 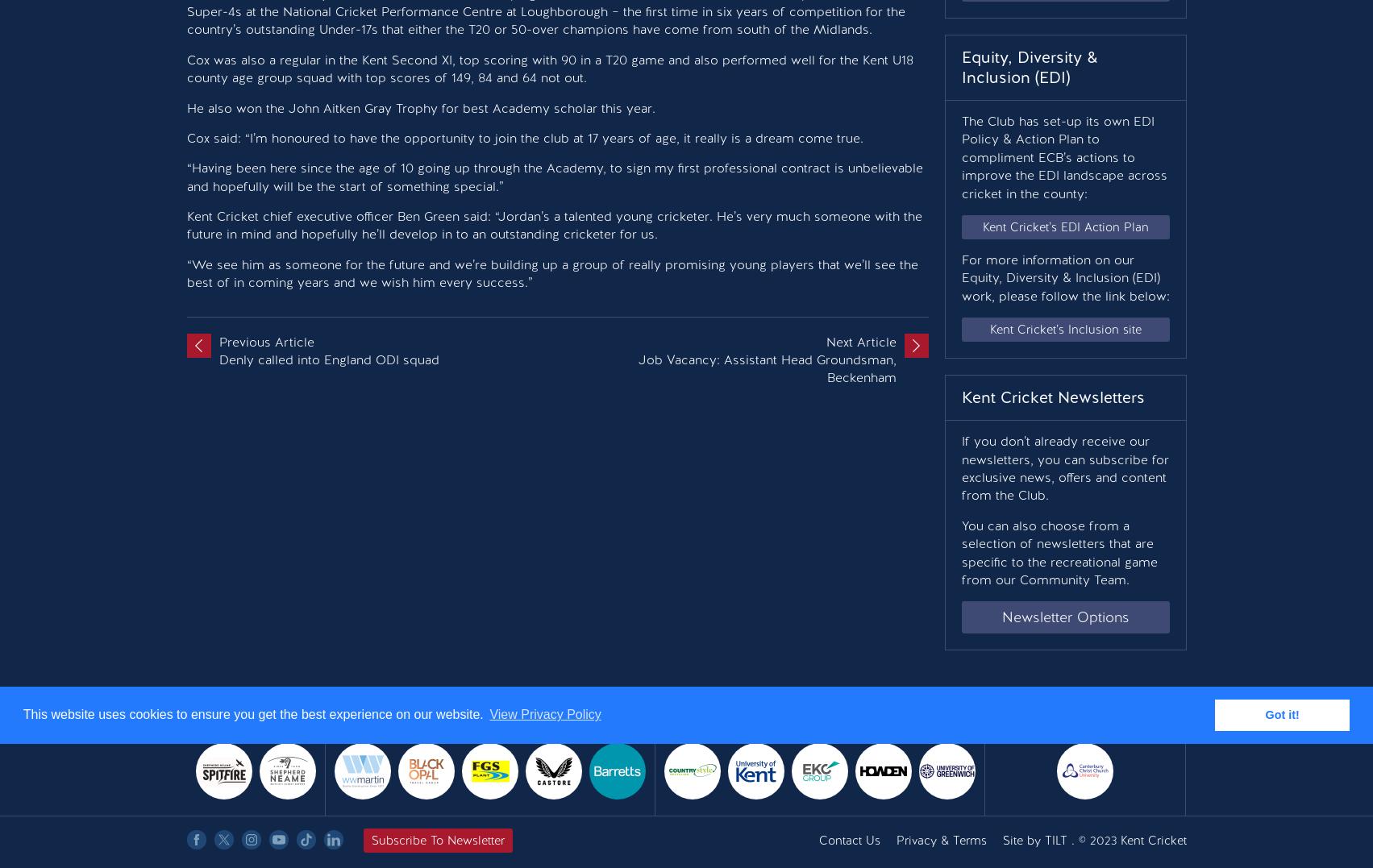 What do you see at coordinates (1064, 226) in the screenshot?
I see `'Kent Cricket’s EDI Action Plan'` at bounding box center [1064, 226].